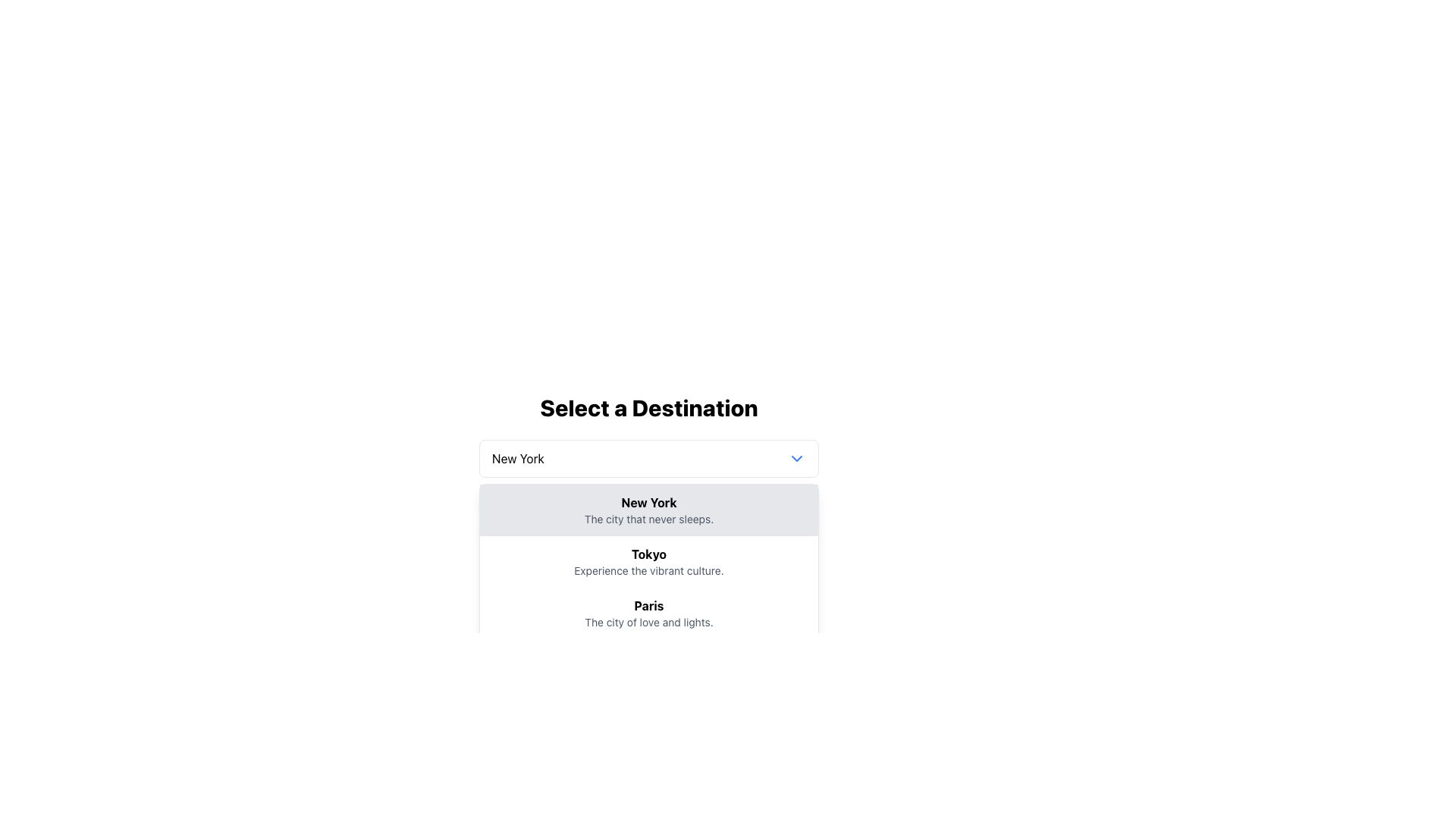 The width and height of the screenshot is (1456, 819). I want to click on the text element that reads 'Experience the vibrant culture.' which is styled in a small, light gray font and positioned directly below the title 'Tokyo', so click(648, 570).